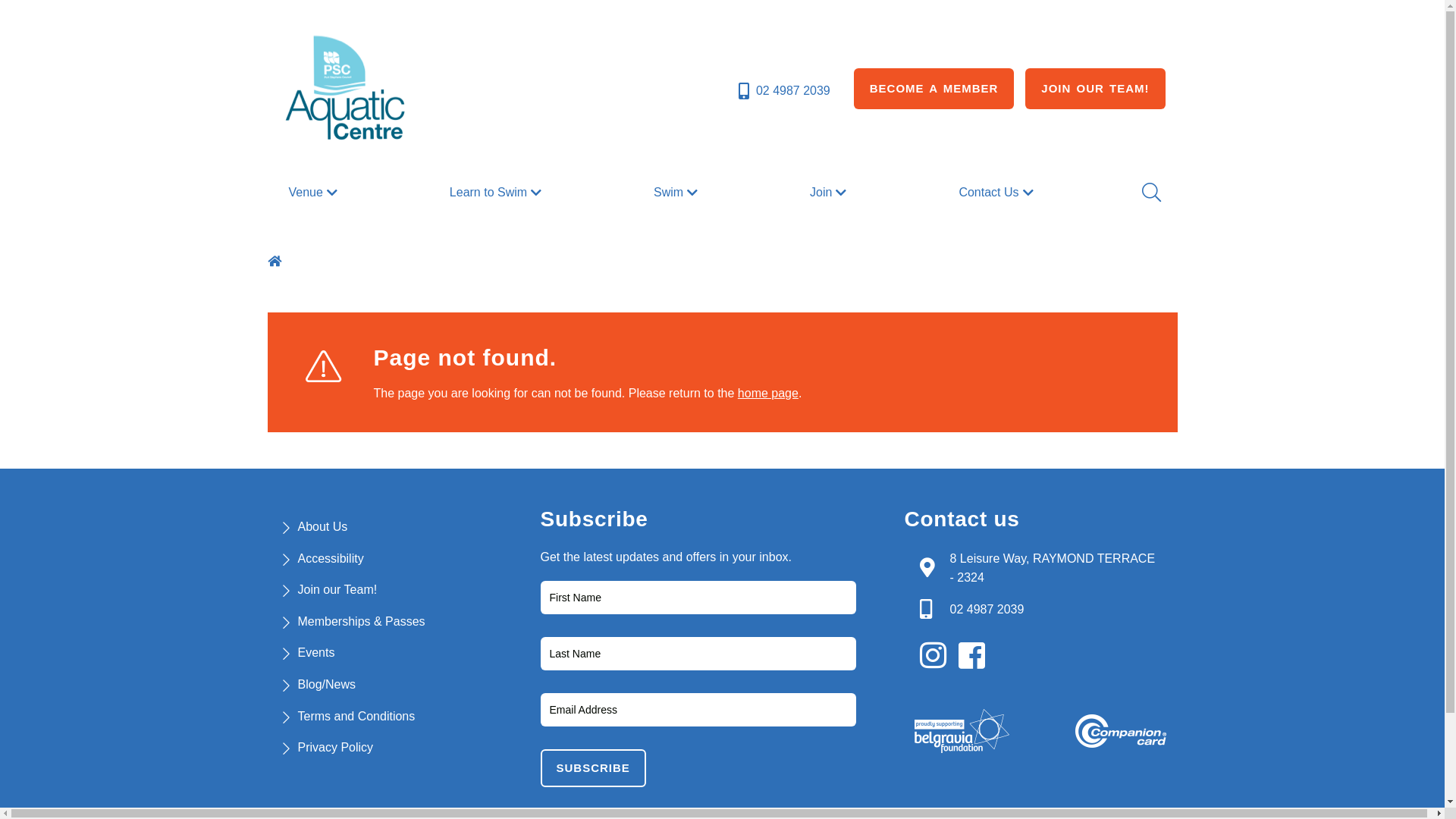  Describe the element at coordinates (497, 192) in the screenshot. I see `'Learn to Swim'` at that location.